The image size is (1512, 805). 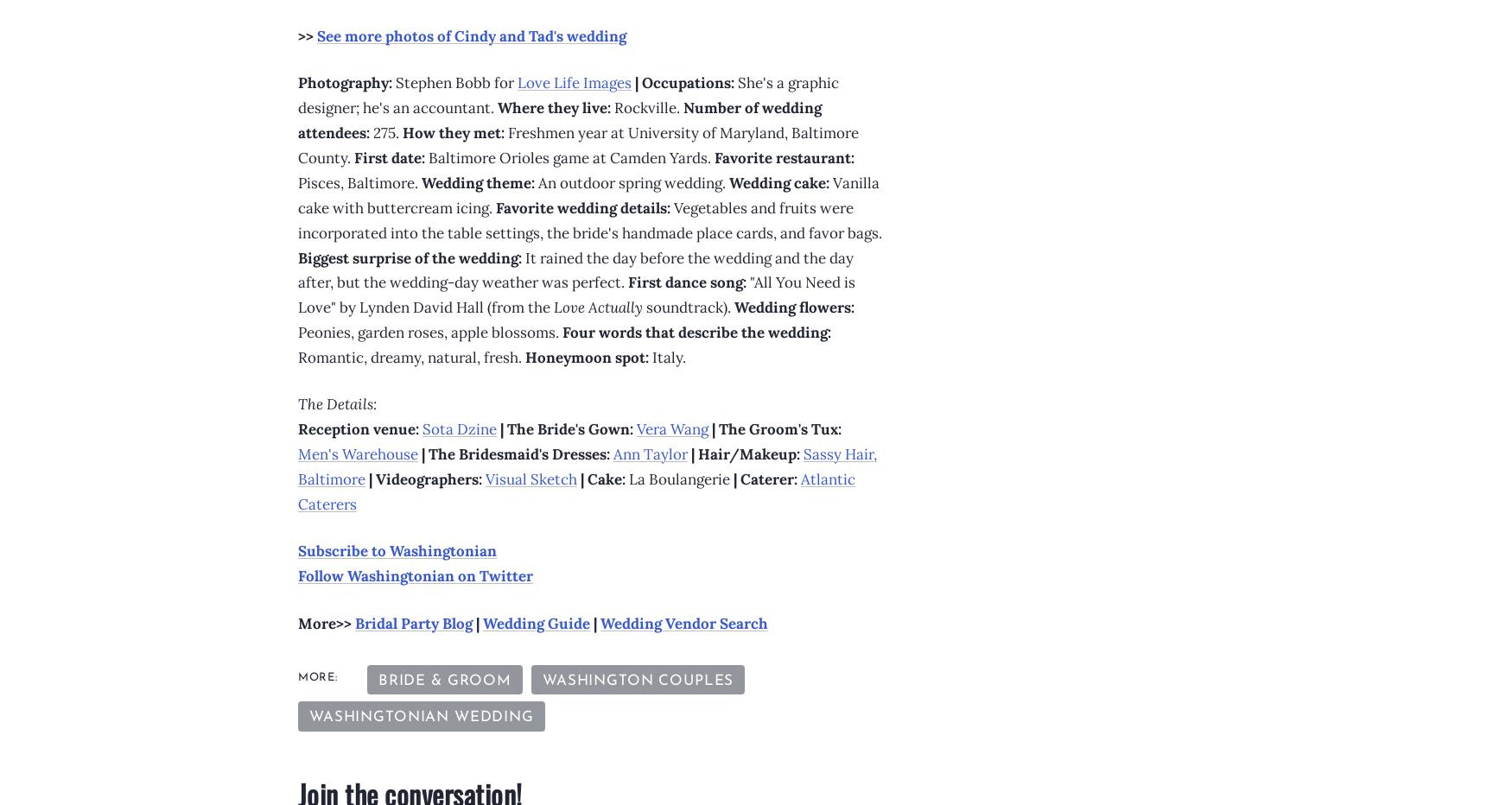 What do you see at coordinates (575, 295) in the screenshot?
I see `'"All You Need is Love" by Lynden David Hall (from the'` at bounding box center [575, 295].